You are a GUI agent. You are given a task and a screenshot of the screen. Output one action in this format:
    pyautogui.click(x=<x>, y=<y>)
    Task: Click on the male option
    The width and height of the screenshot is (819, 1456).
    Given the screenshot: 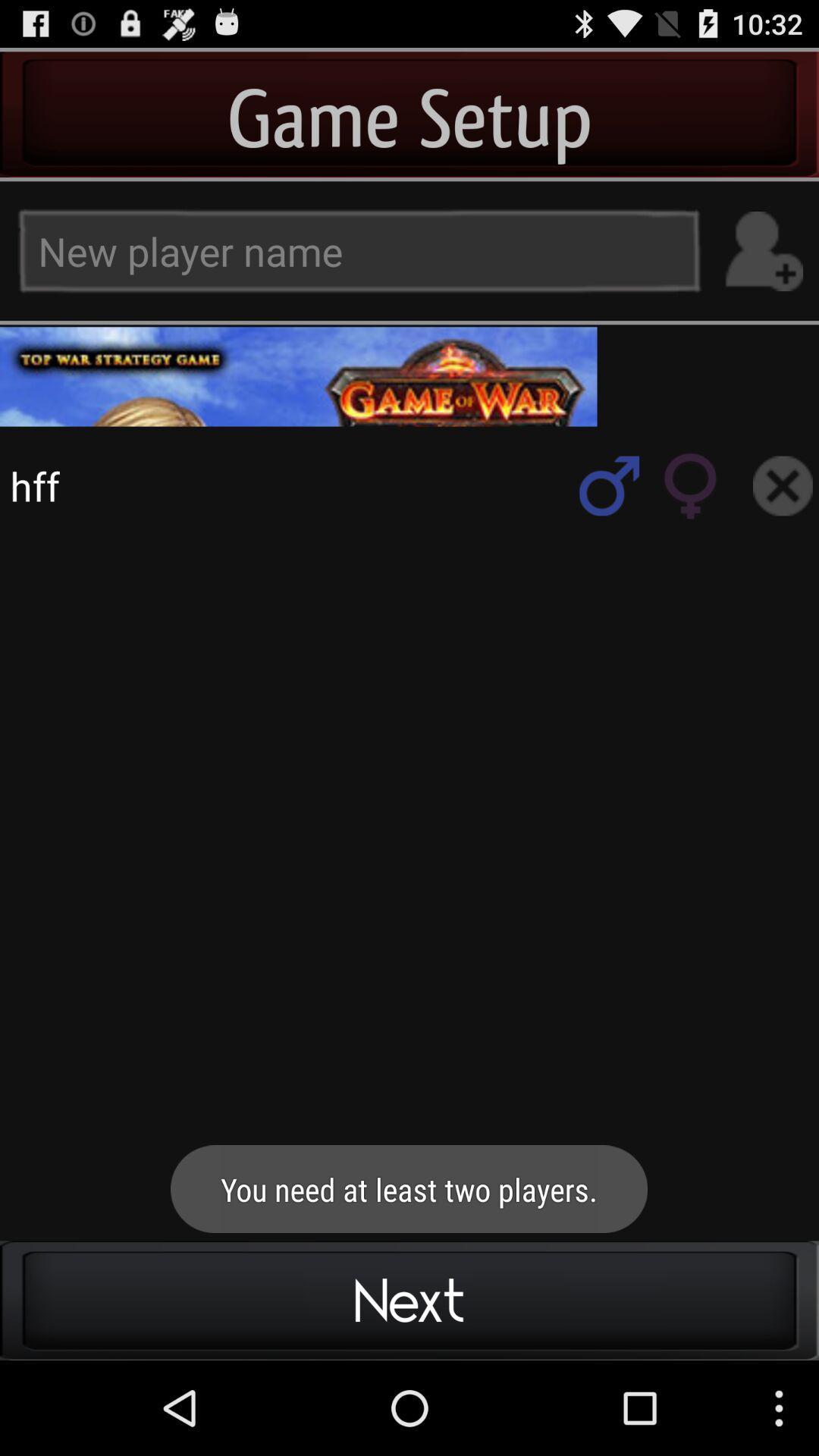 What is the action you would take?
    pyautogui.click(x=608, y=485)
    